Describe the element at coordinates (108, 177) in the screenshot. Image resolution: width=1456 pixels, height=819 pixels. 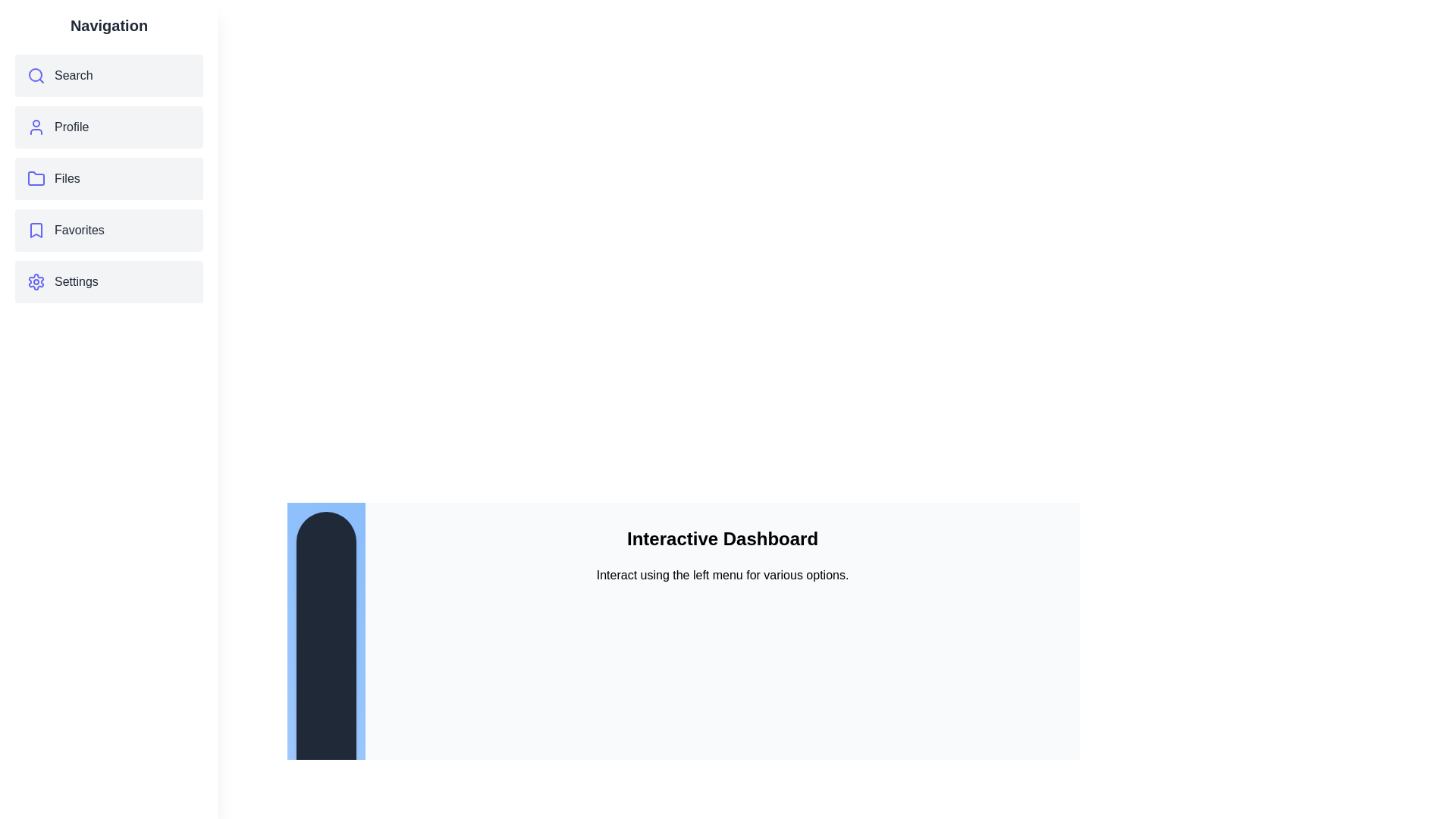
I see `the menu item corresponding to Files to navigate` at that location.